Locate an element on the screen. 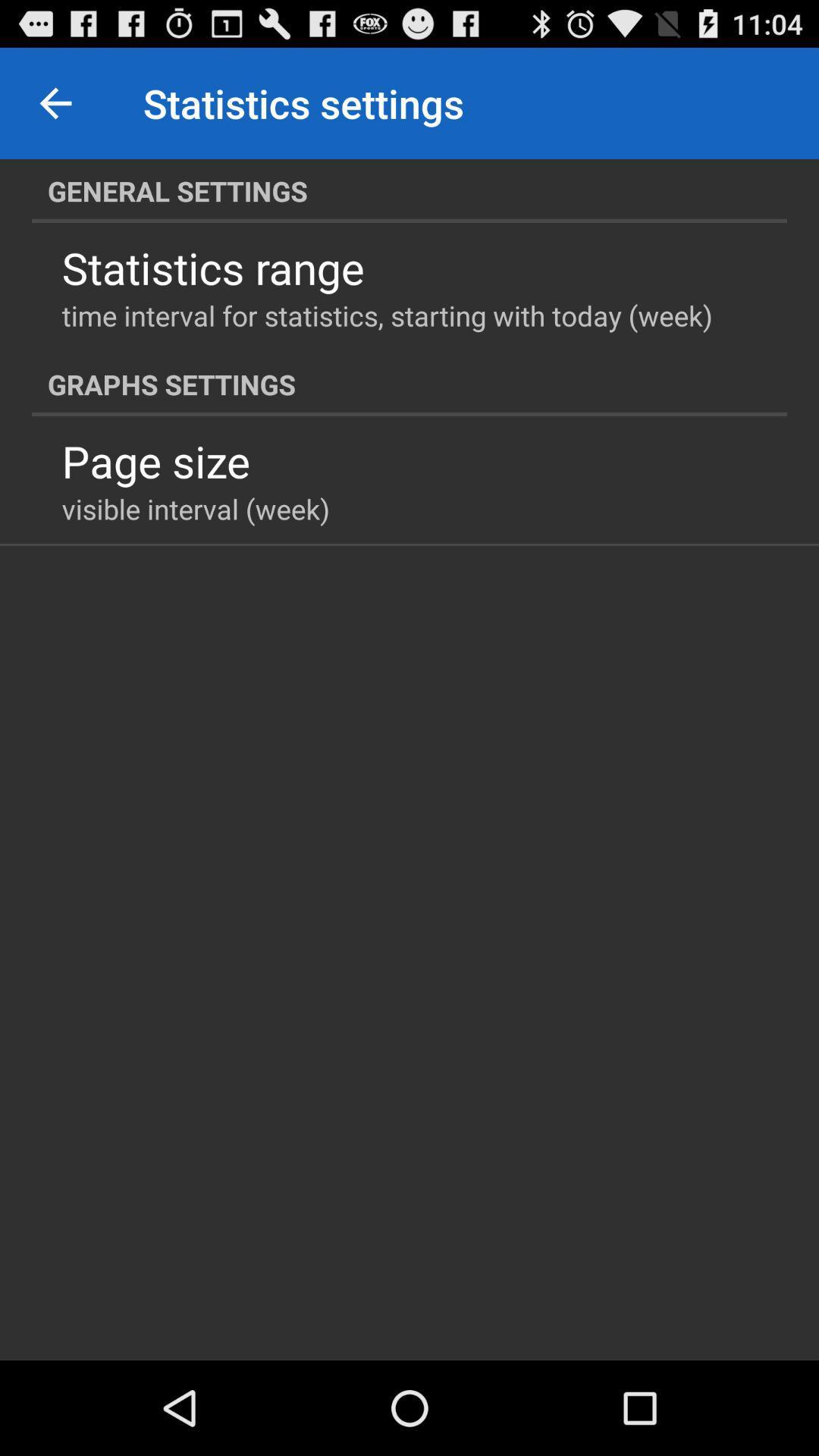  icon next to the statistics settings is located at coordinates (55, 102).